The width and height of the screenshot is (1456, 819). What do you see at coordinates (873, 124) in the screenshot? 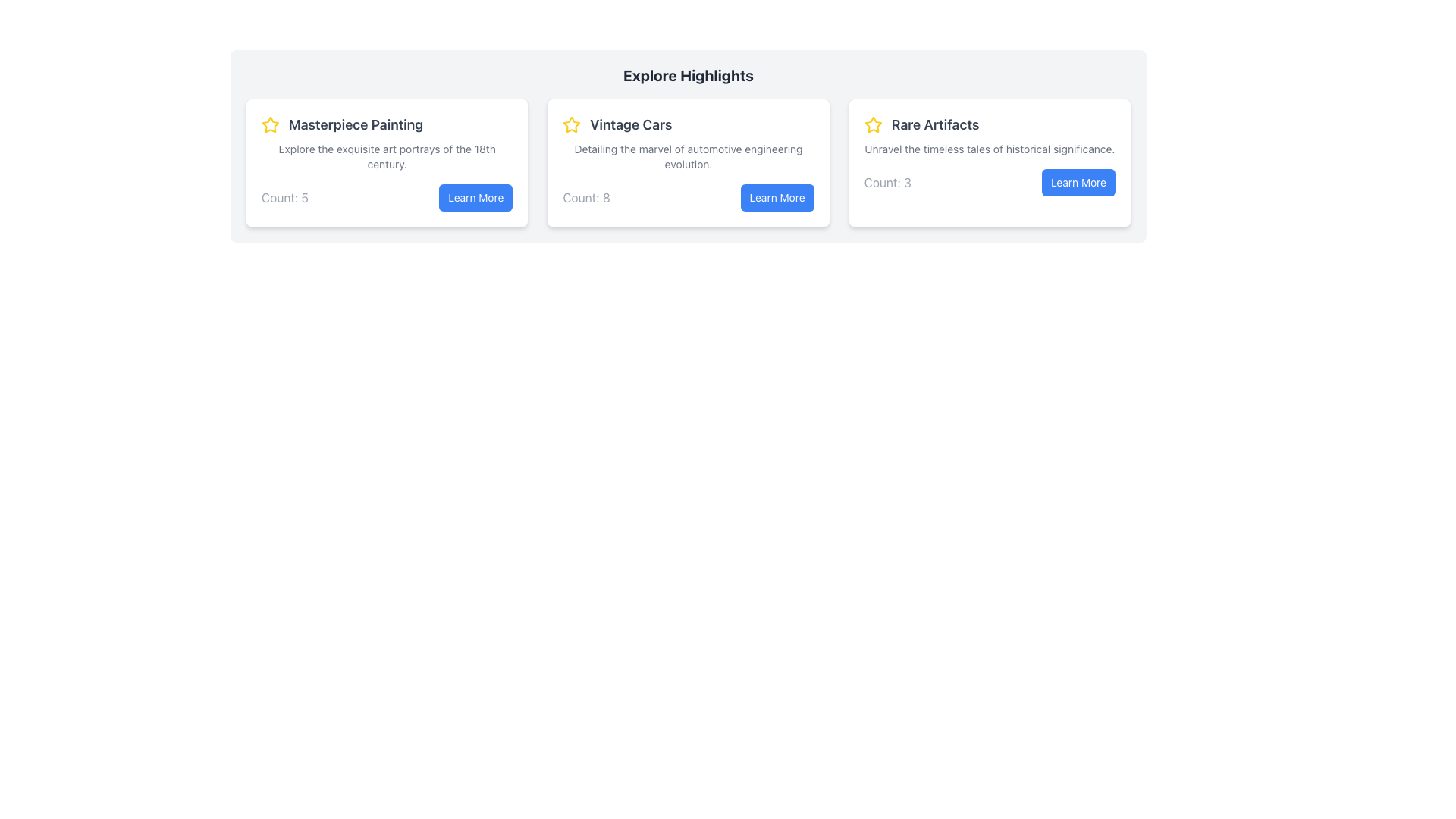
I see `the star-shaped icon with a yellow fill and rounded border, located to the left of the text 'Rare Artifacts' in the top-right corner of the 'Explore Highlights' section` at bounding box center [873, 124].